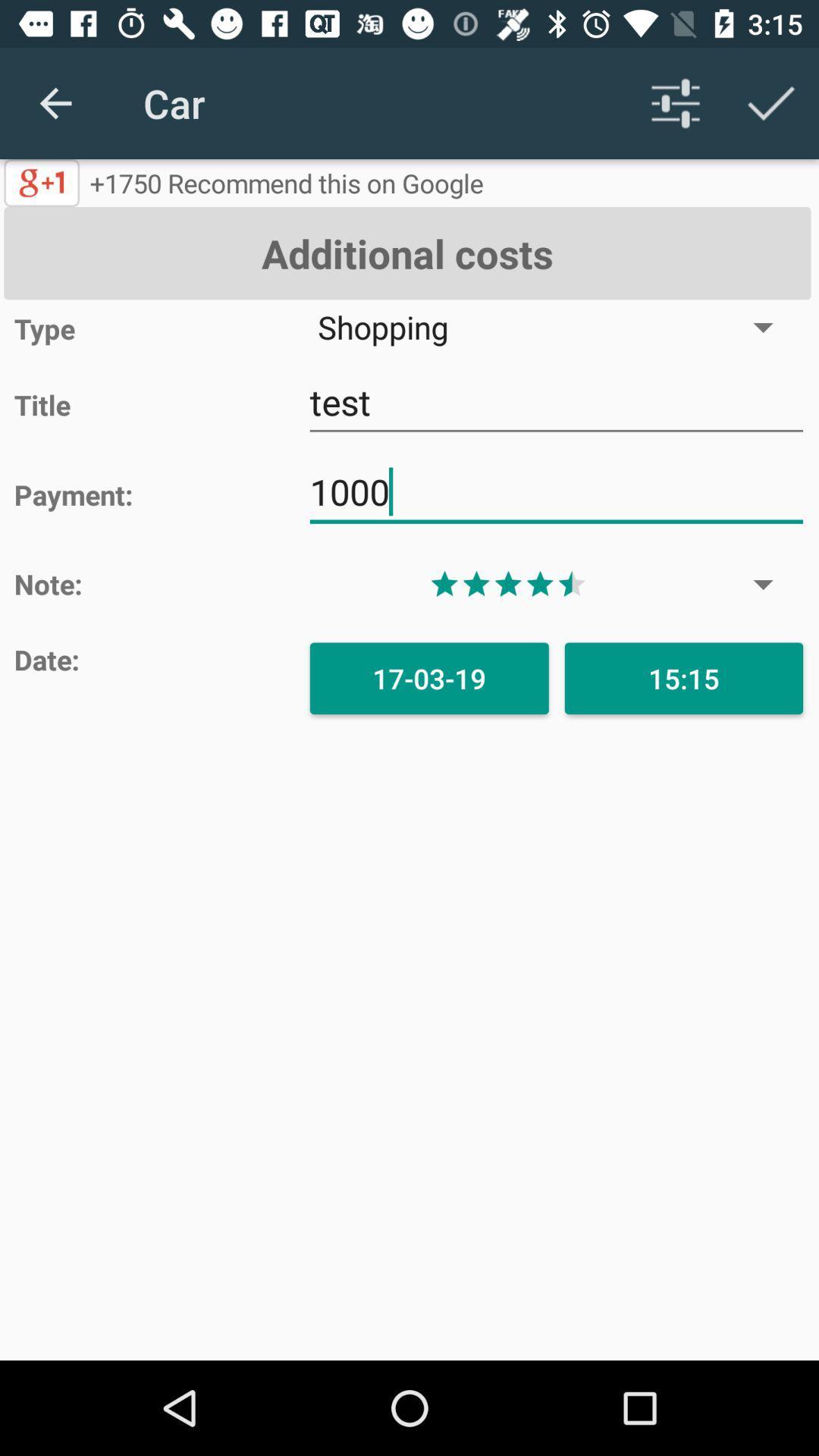 This screenshot has height=1456, width=819. I want to click on the date which says 170319, so click(429, 677).